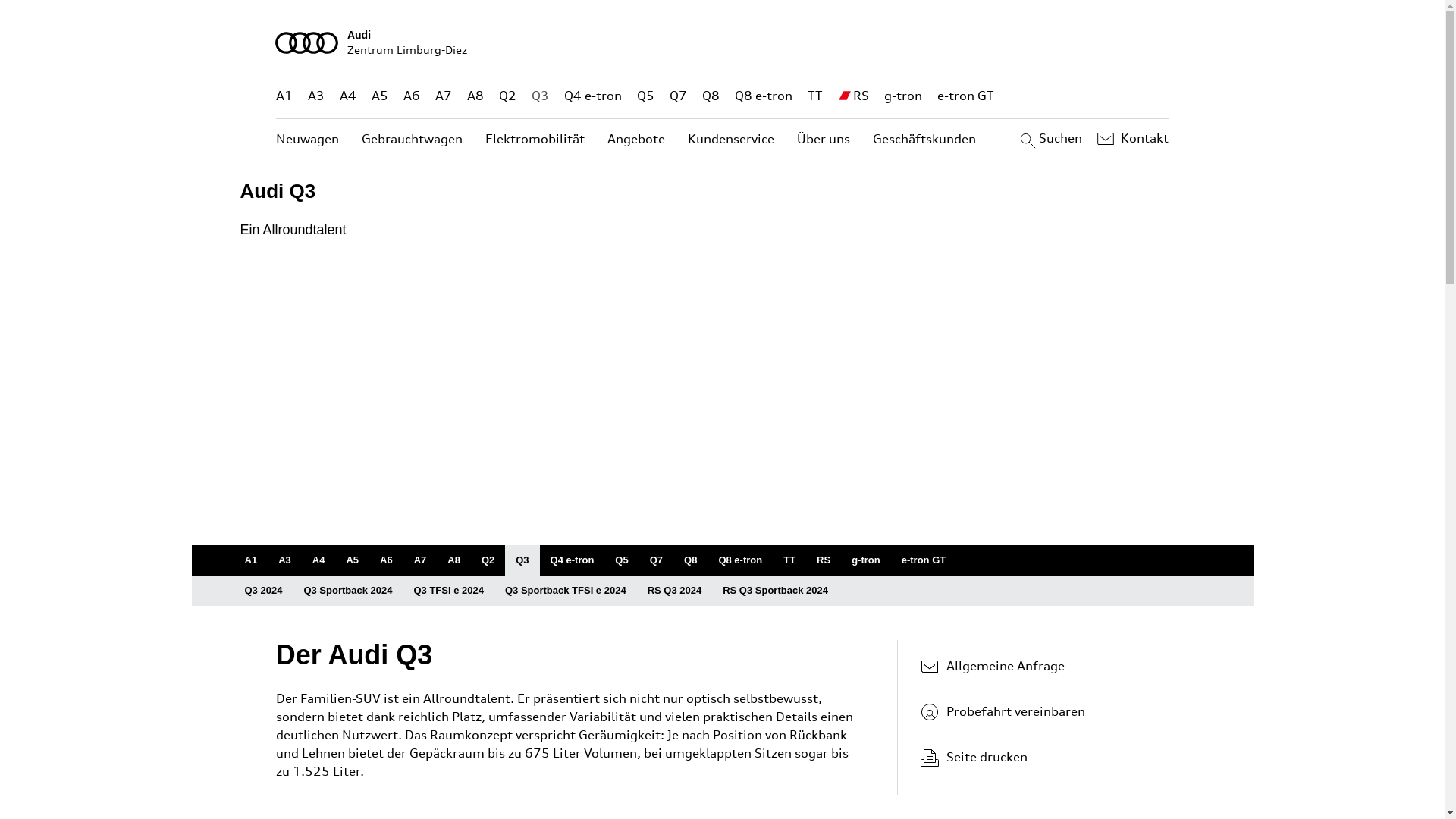 This screenshot has height=819, width=1456. What do you see at coordinates (284, 560) in the screenshot?
I see `'A3'` at bounding box center [284, 560].